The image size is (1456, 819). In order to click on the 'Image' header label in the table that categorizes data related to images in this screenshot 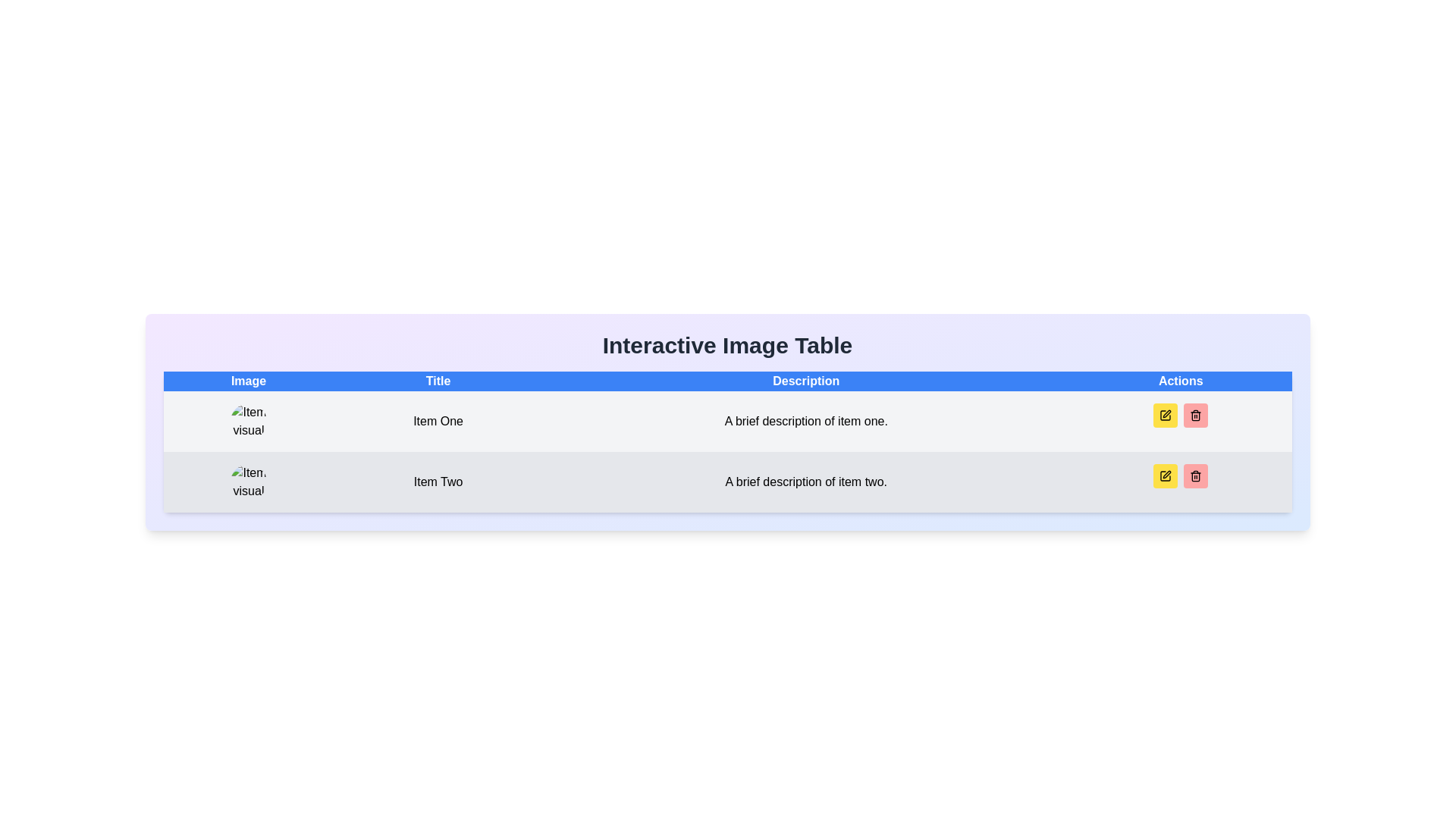, I will do `click(248, 380)`.